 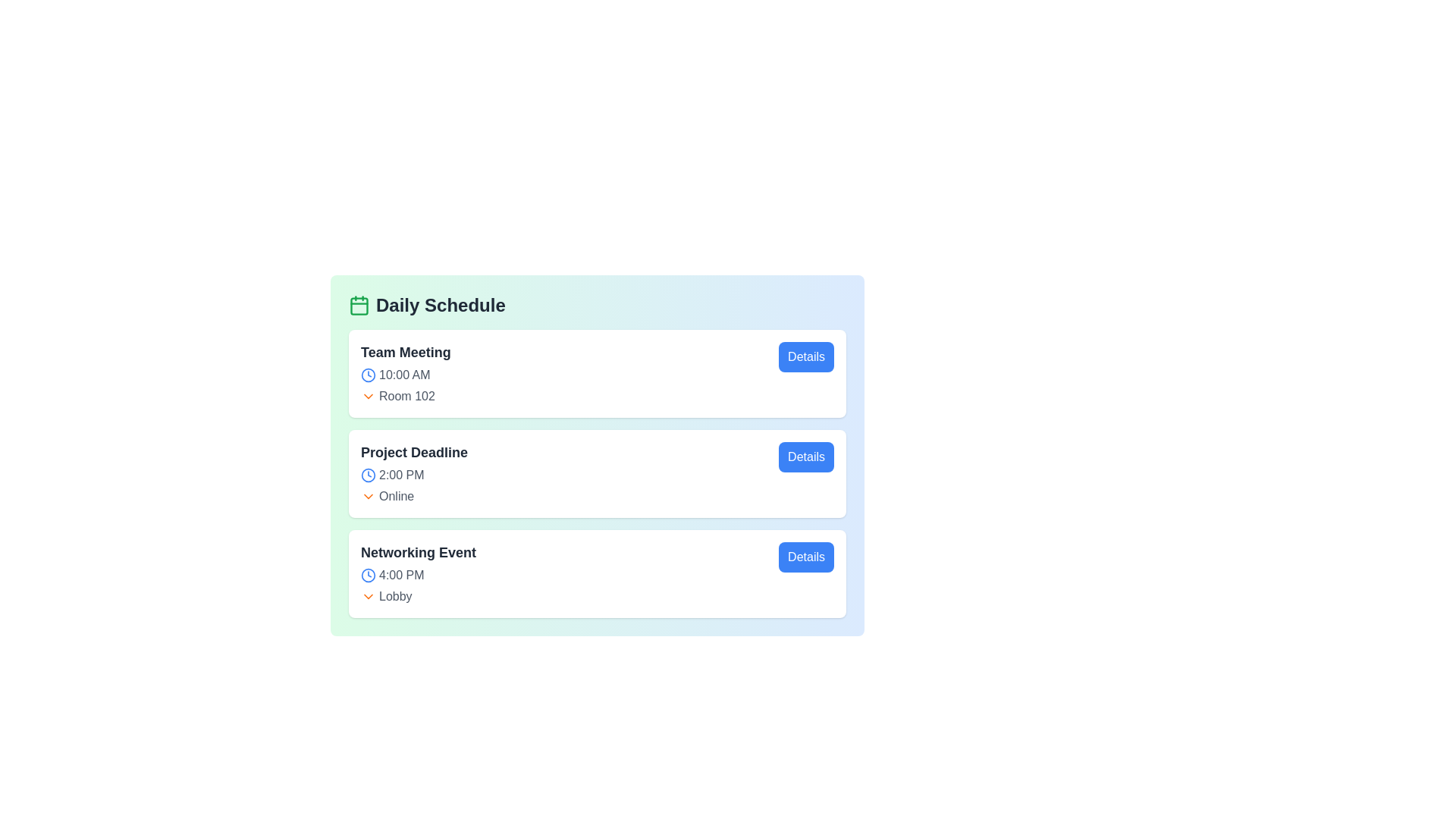 I want to click on the small rectangular decorative graphical element resembling a calendar icon located near the top-left corner of the interface, so click(x=359, y=306).